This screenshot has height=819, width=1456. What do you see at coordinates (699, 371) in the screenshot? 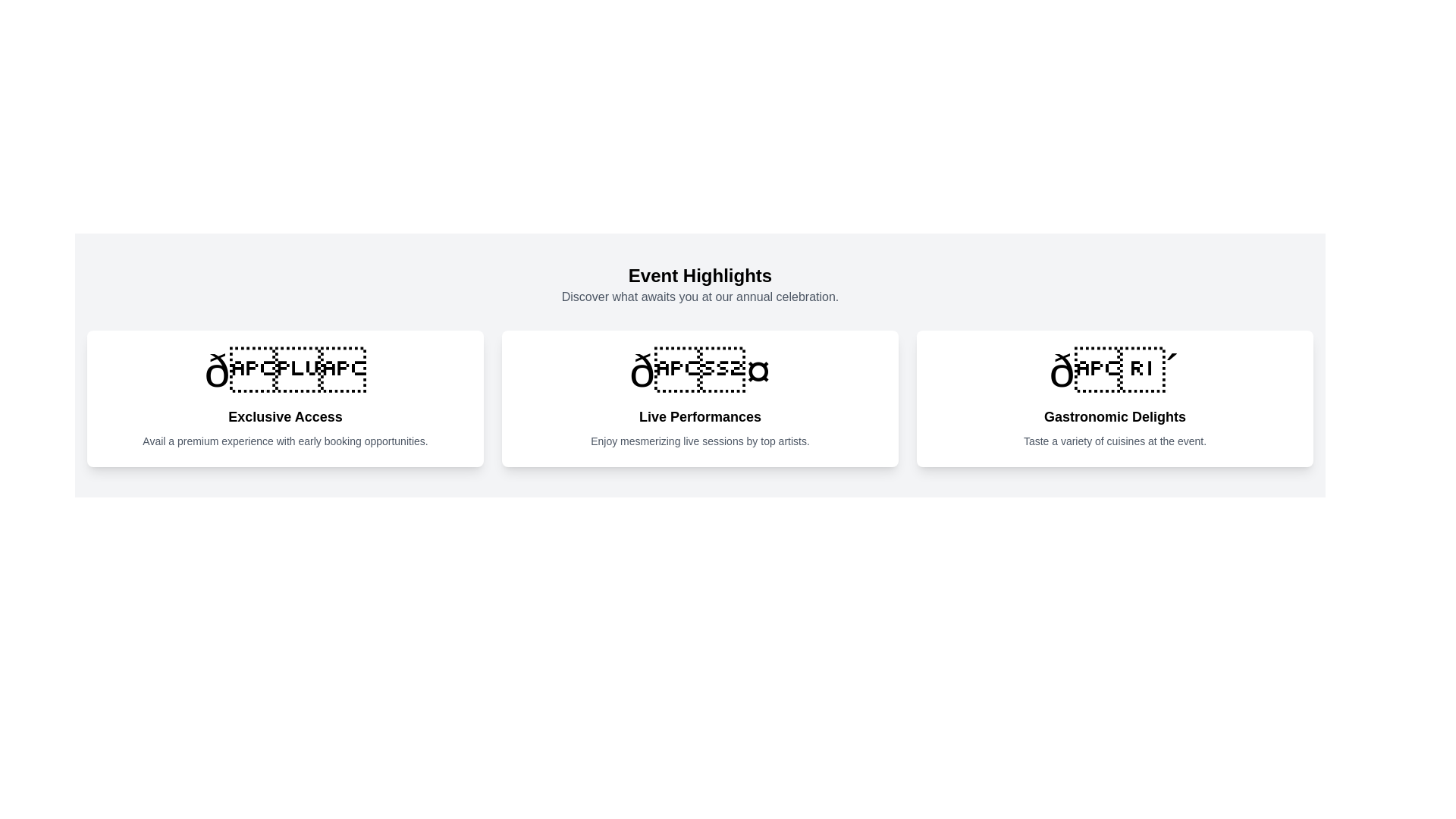
I see `the large, centrally placed emoji-like icon styled in bold black over a white background, located above the 'Live Performances' text in the middle card of a three-card layout` at bounding box center [699, 371].